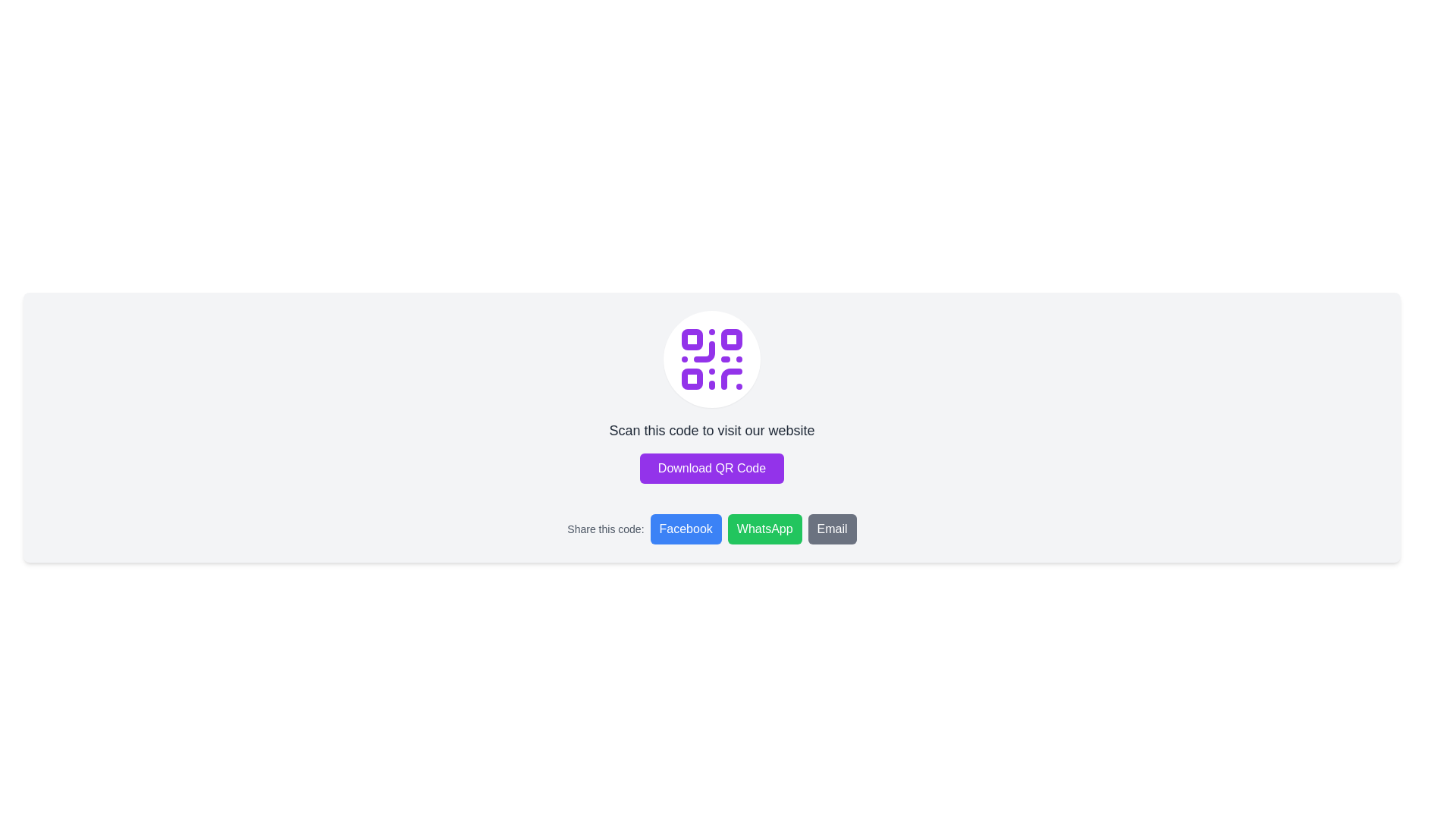  I want to click on the bright blue 'Facebook' button with white text to share via Facebook, so click(685, 529).